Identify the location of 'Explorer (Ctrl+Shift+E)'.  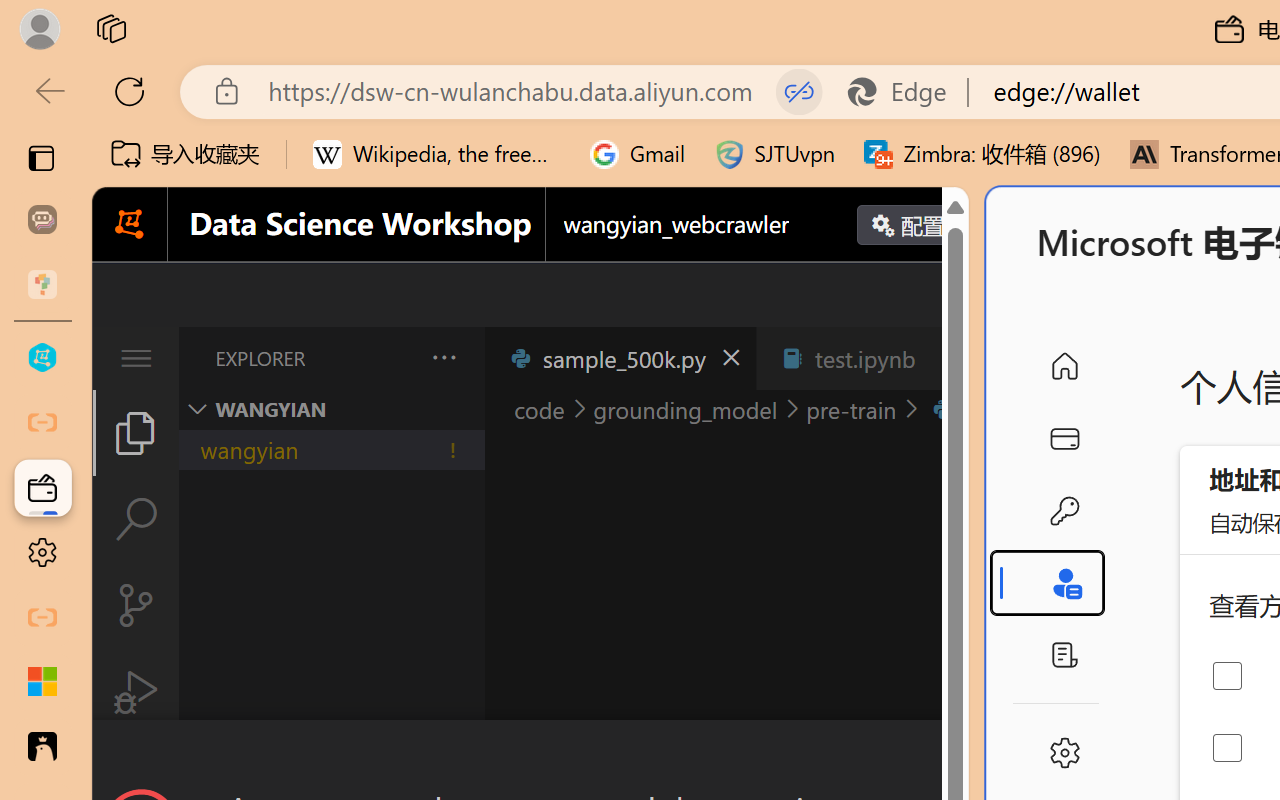
(134, 432).